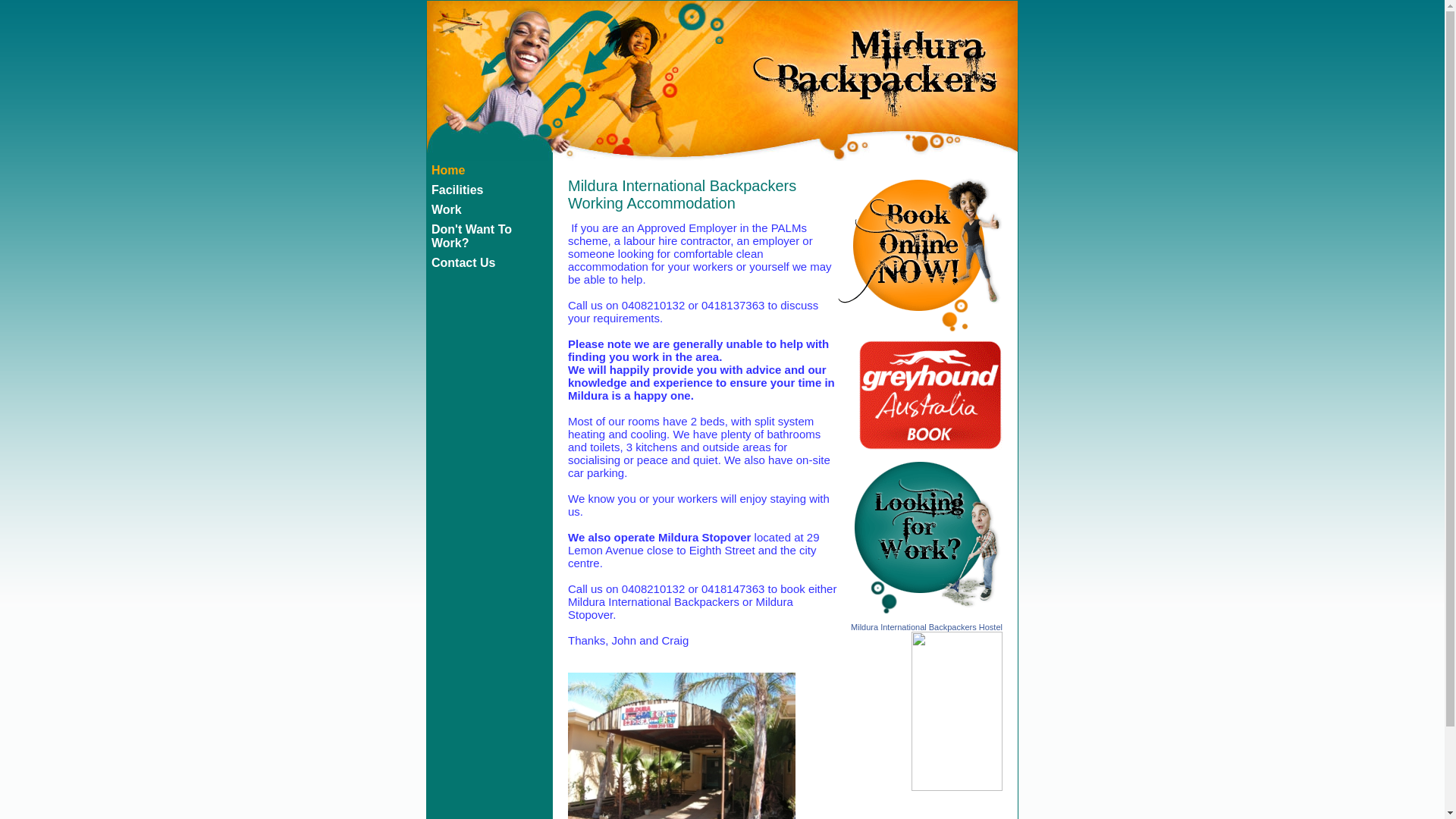  What do you see at coordinates (851, 626) in the screenshot?
I see `'Mildura International Backpackers Hostel'` at bounding box center [851, 626].